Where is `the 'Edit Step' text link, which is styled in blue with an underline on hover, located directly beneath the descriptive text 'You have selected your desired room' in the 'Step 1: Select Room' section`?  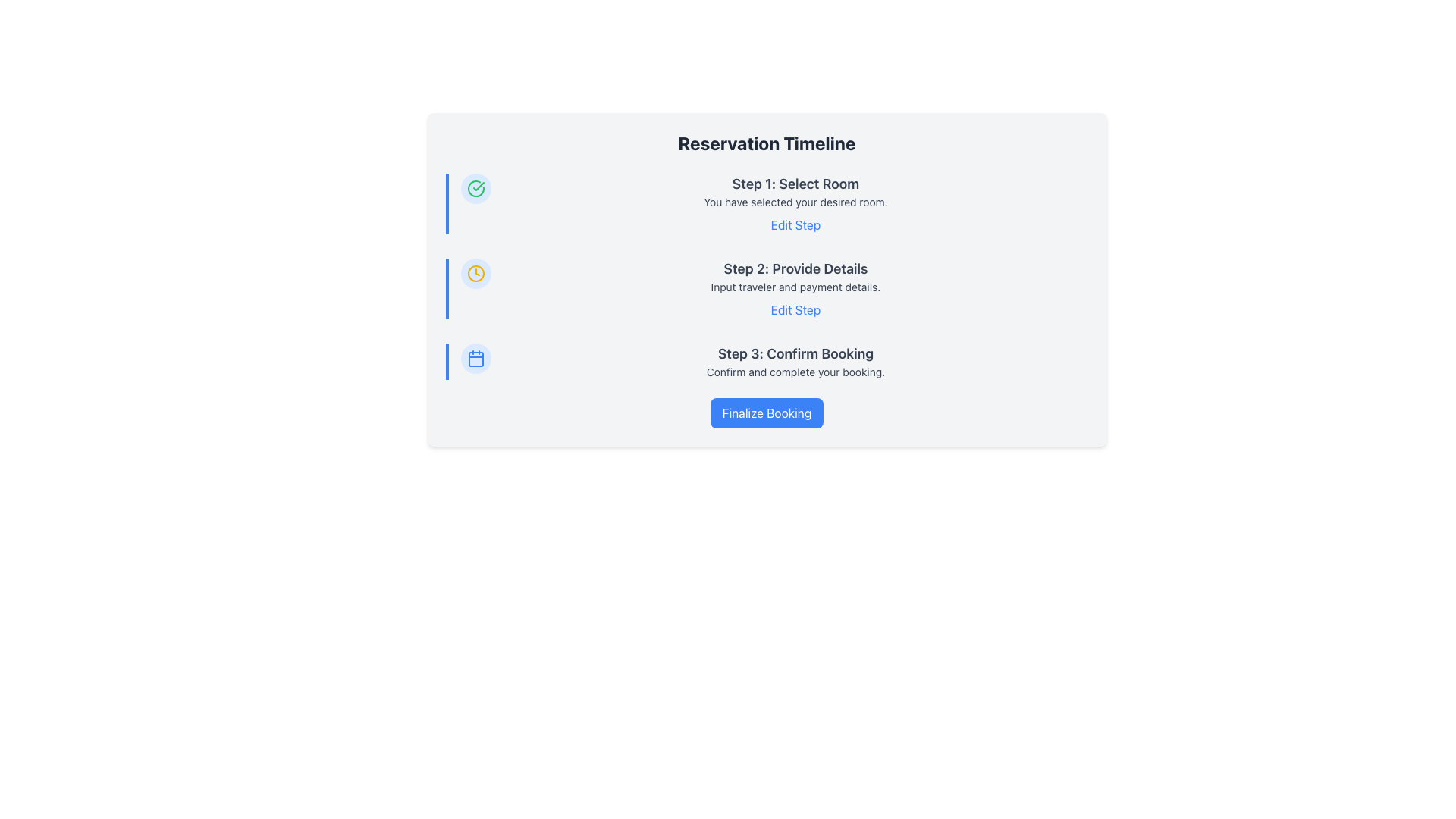 the 'Edit Step' text link, which is styled in blue with an underline on hover, located directly beneath the descriptive text 'You have selected your desired room' in the 'Step 1: Select Room' section is located at coordinates (795, 225).